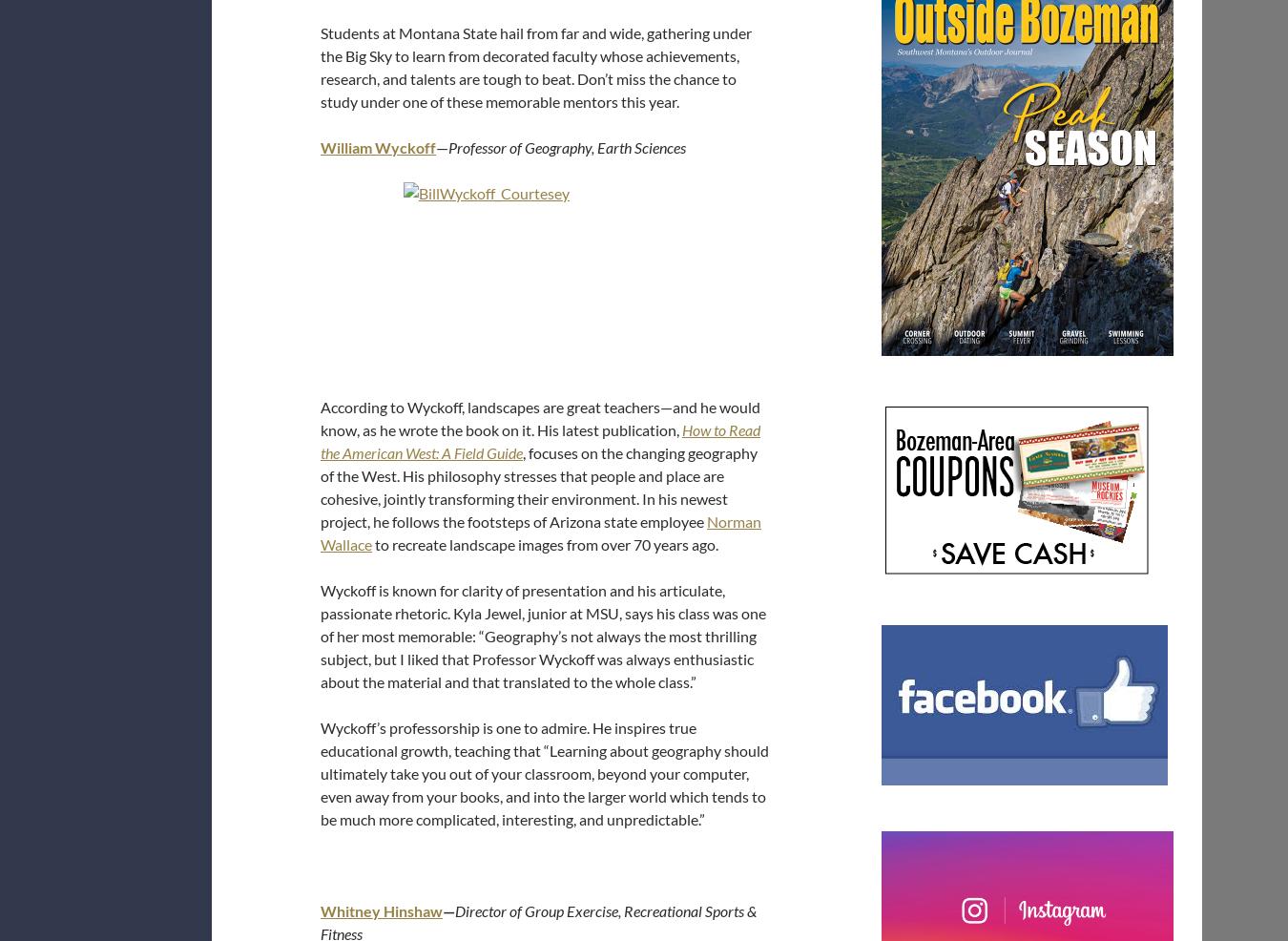 The height and width of the screenshot is (941, 1288). What do you see at coordinates (535, 66) in the screenshot?
I see `'Students at Montana State hail from far and wide, gathering under the Big Sky to learn from decorated faculty whose achievements, research, and talents are tough to beat. Don’t miss the chance to study under one of these memorable mentors this year.'` at bounding box center [535, 66].